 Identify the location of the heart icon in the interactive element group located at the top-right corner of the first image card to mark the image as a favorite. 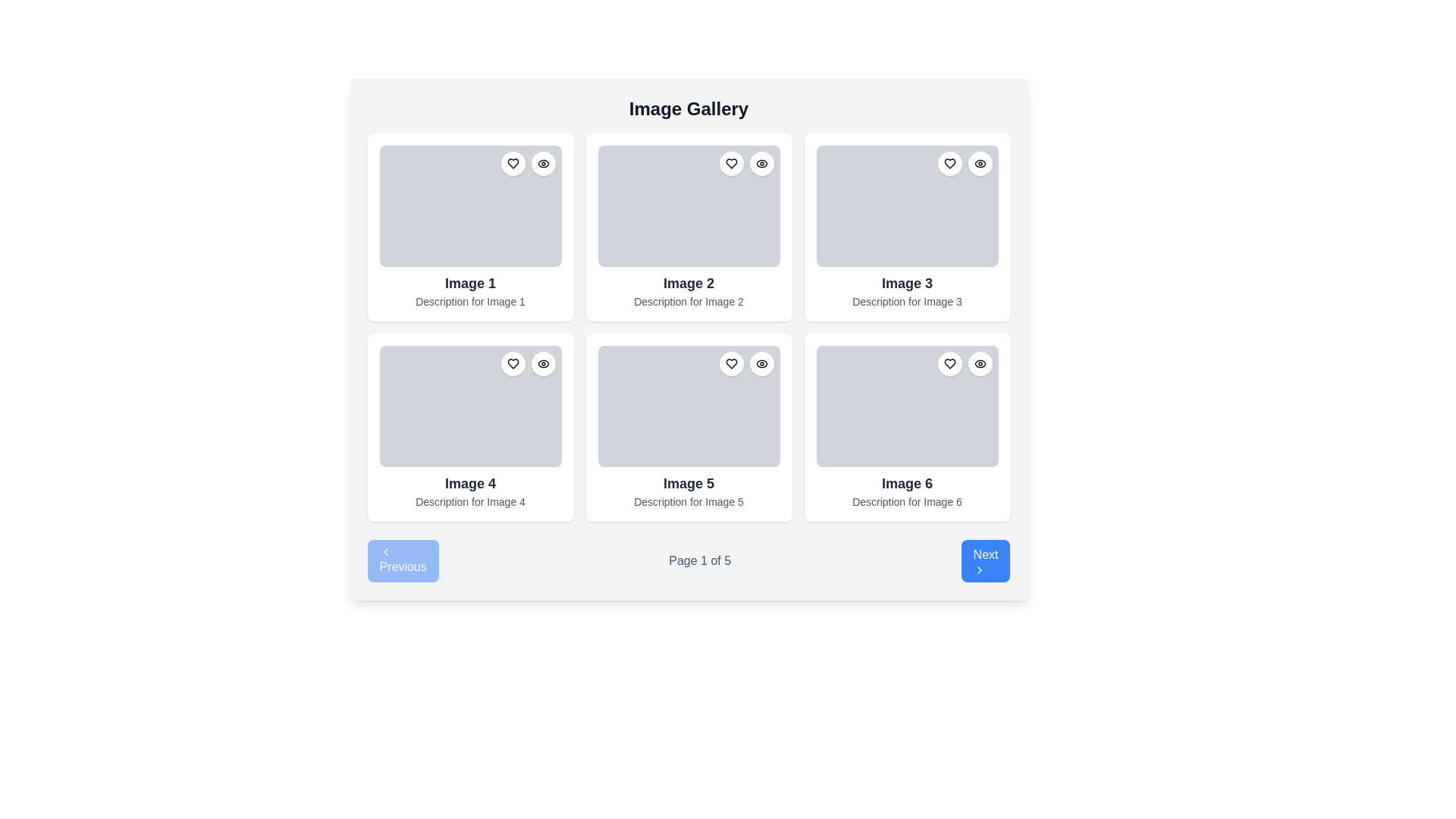
(528, 164).